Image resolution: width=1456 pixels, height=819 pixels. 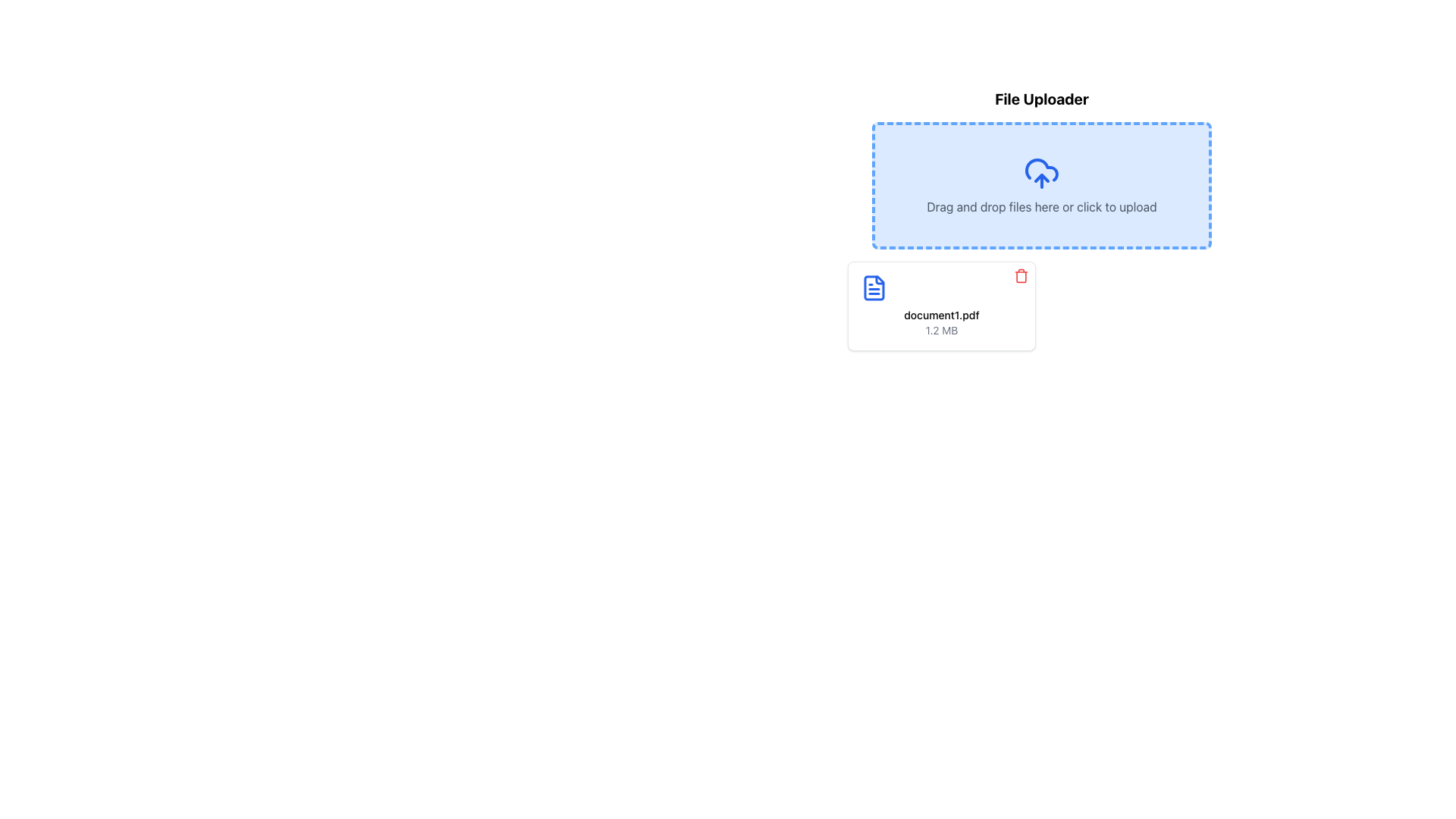 What do you see at coordinates (1040, 172) in the screenshot?
I see `the file upload icon, which is centrally located within a dashed border box above the text 'Drag and drop files here or click to upload'` at bounding box center [1040, 172].